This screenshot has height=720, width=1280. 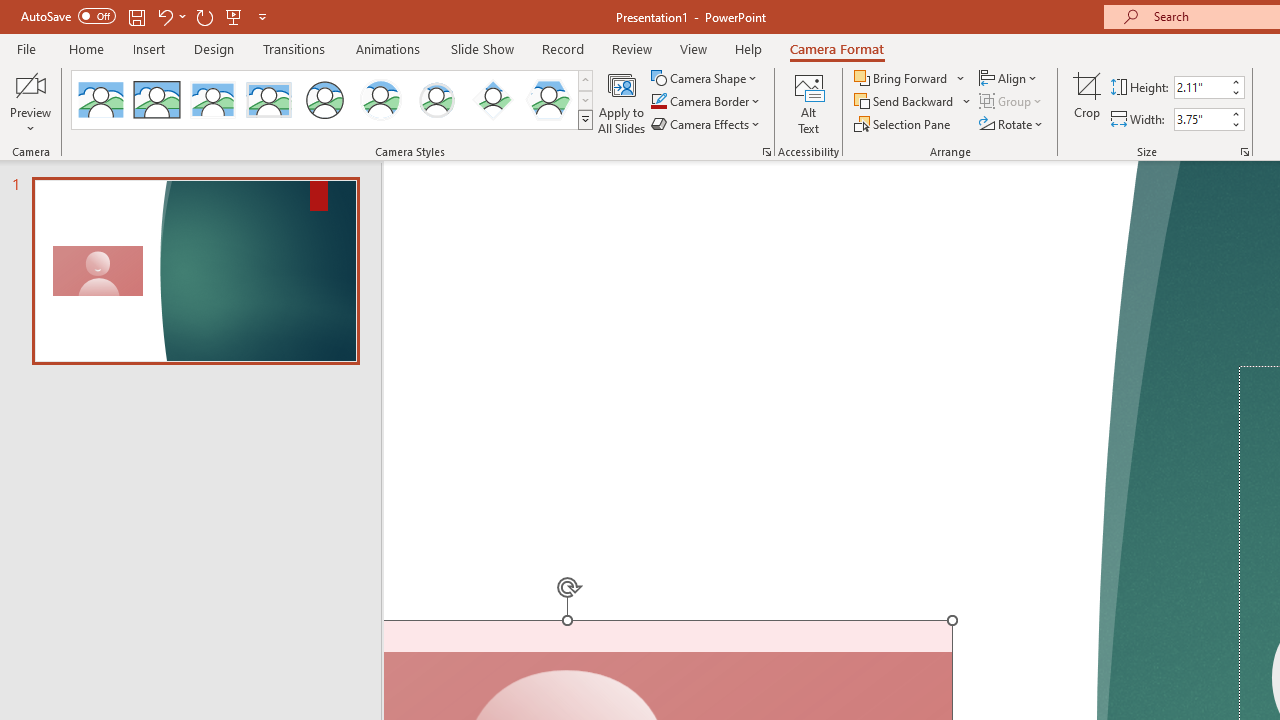 I want to click on 'Less', so click(x=1234, y=124).